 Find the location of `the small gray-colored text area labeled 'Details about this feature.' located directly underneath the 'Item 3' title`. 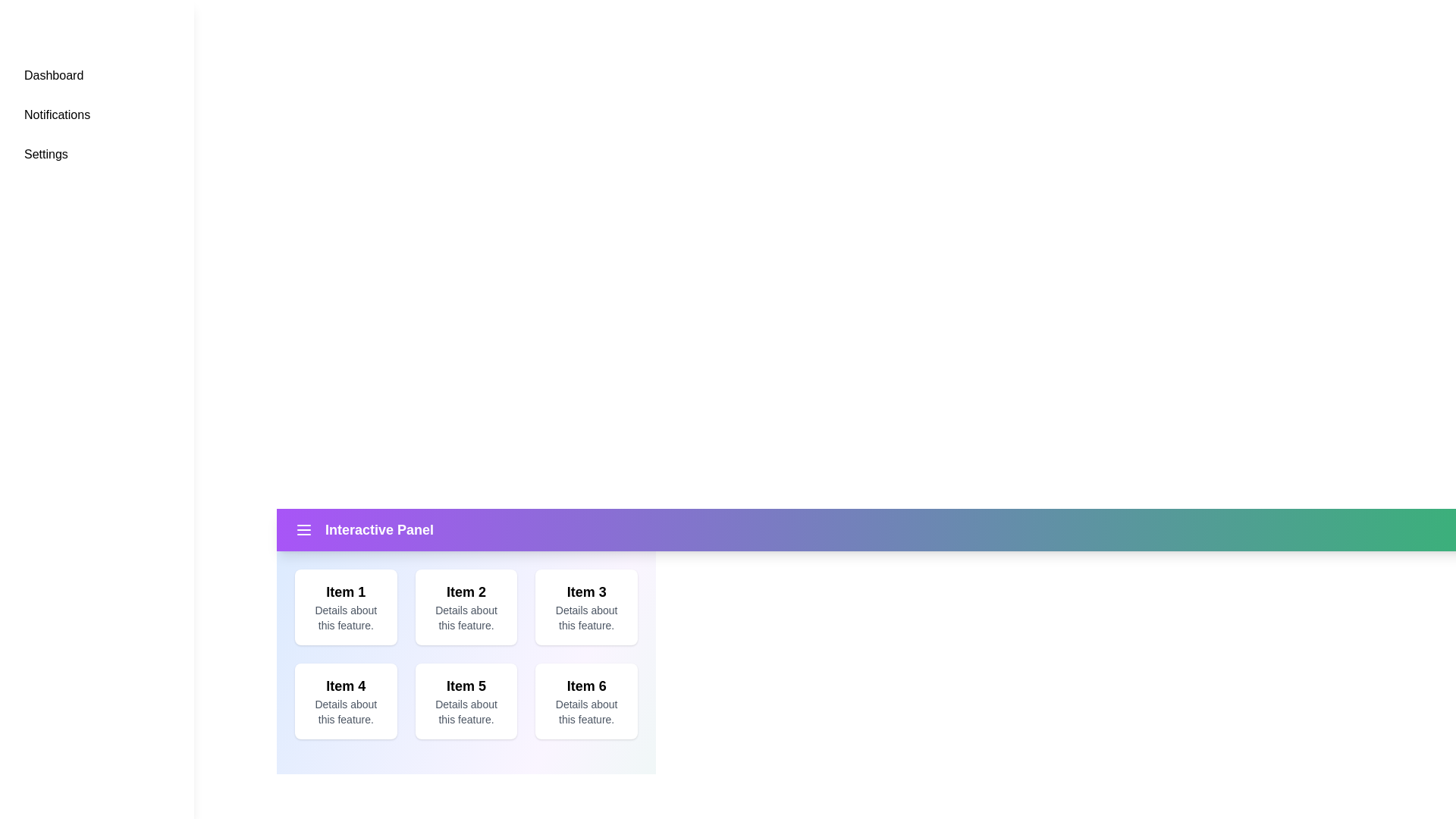

the small gray-colored text area labeled 'Details about this feature.' located directly underneath the 'Item 3' title is located at coordinates (585, 617).